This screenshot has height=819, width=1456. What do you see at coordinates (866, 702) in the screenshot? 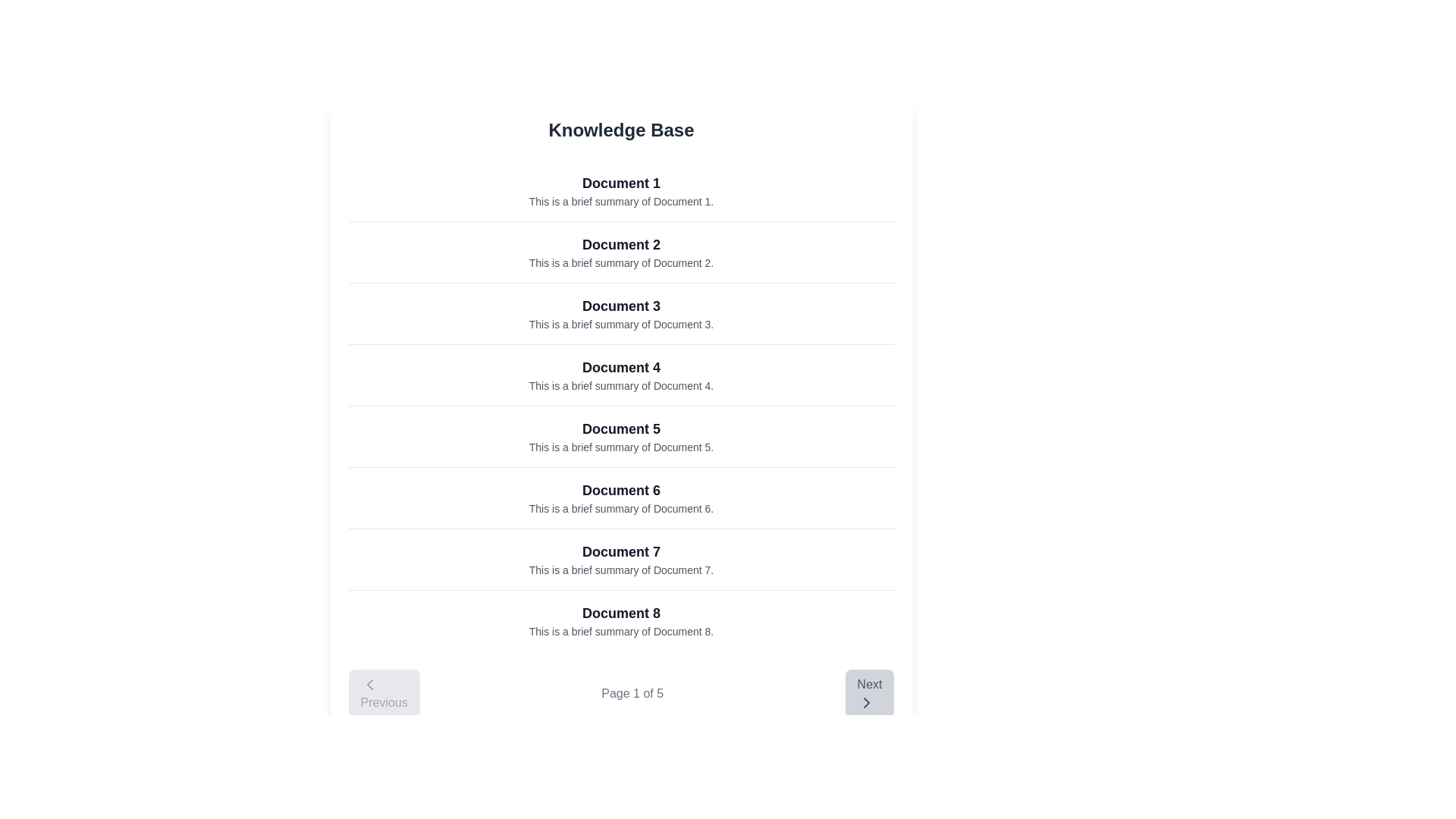
I see `the right-pointing chevron icon within the 'Next' button located at the bottom-right corner of the interface` at bounding box center [866, 702].